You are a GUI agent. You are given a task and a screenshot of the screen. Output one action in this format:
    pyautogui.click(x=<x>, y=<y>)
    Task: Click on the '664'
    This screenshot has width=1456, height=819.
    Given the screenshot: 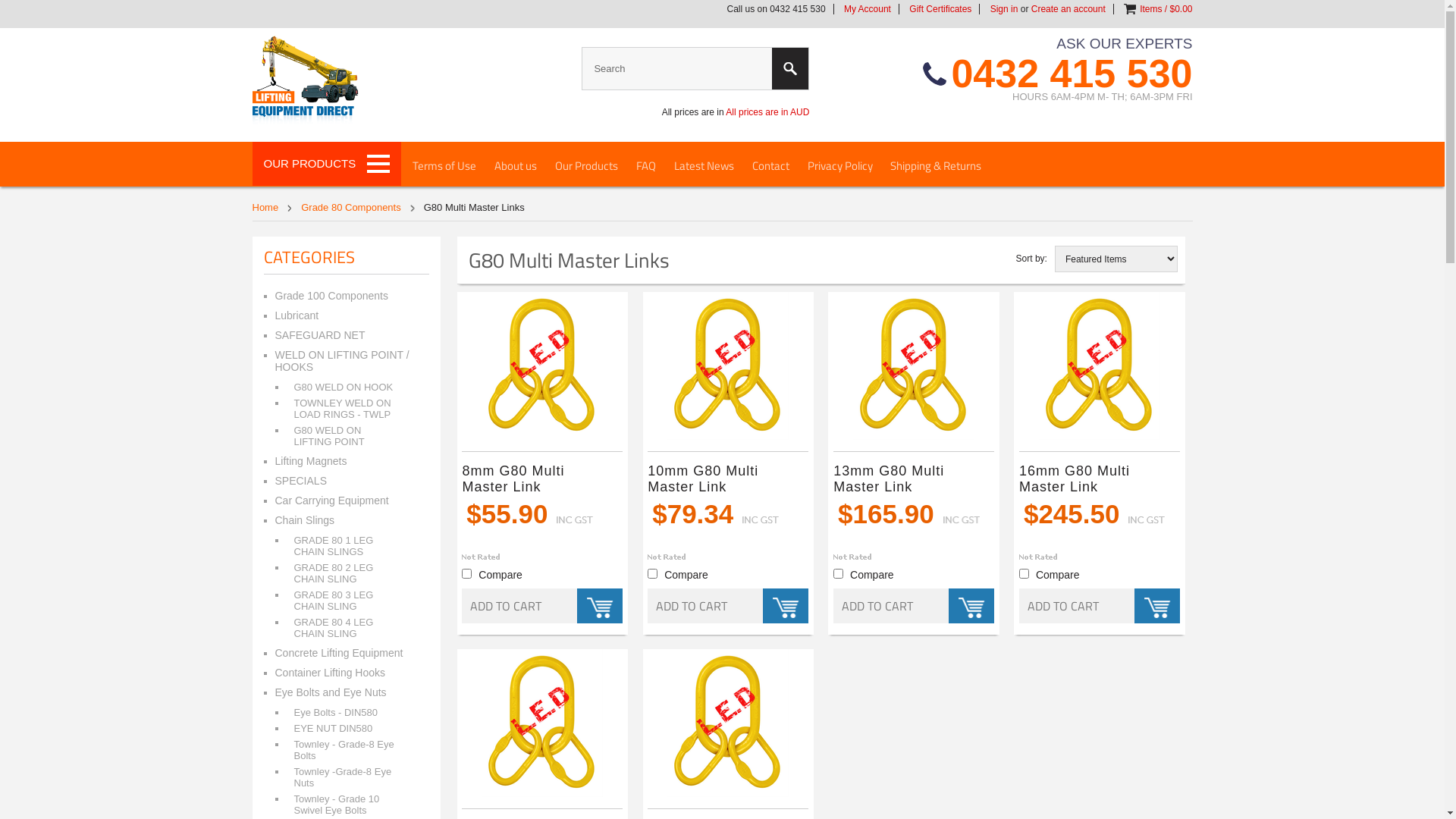 What is the action you would take?
    pyautogui.click(x=648, y=573)
    